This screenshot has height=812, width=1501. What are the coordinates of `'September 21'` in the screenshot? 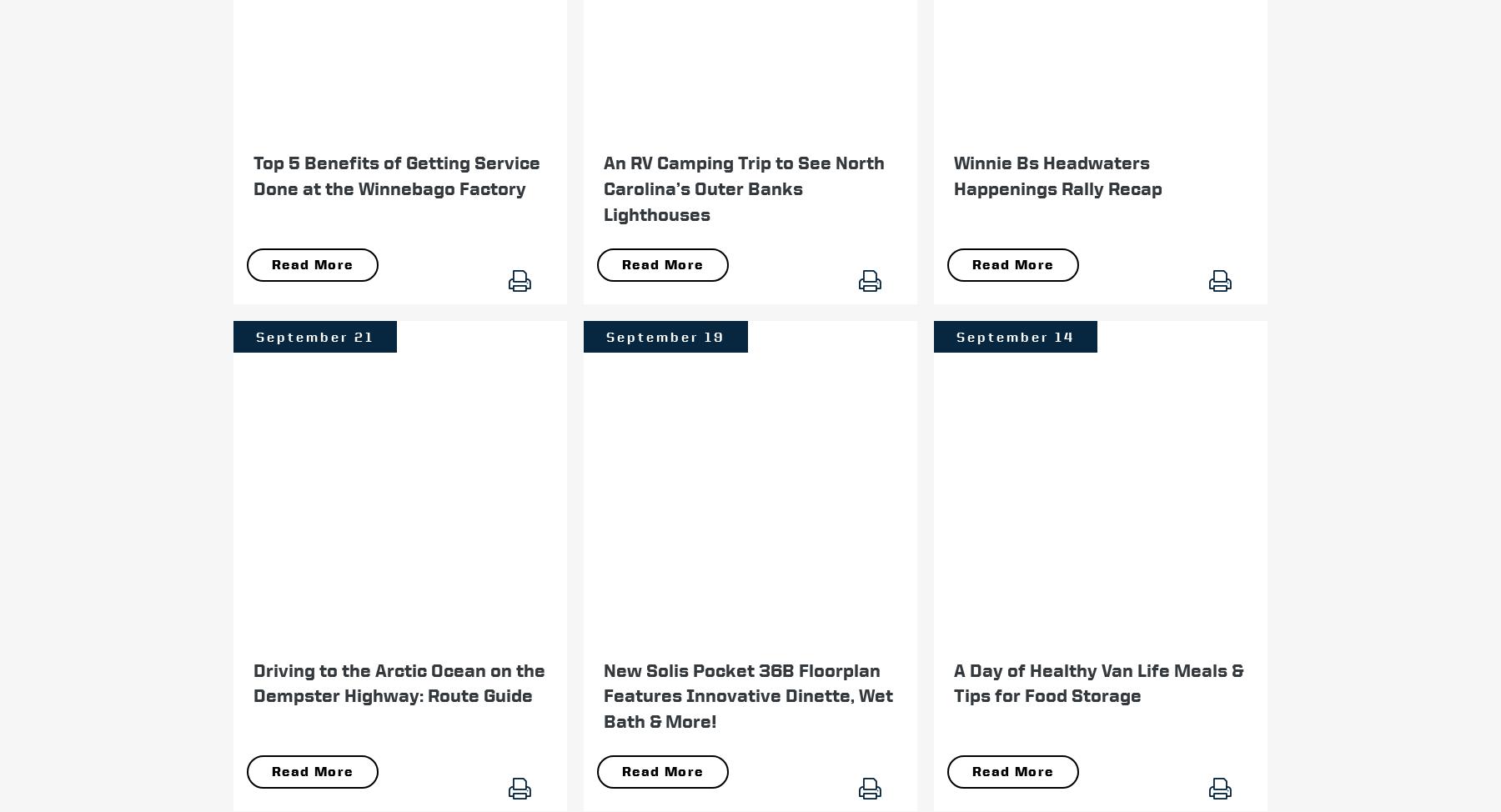 It's located at (315, 336).